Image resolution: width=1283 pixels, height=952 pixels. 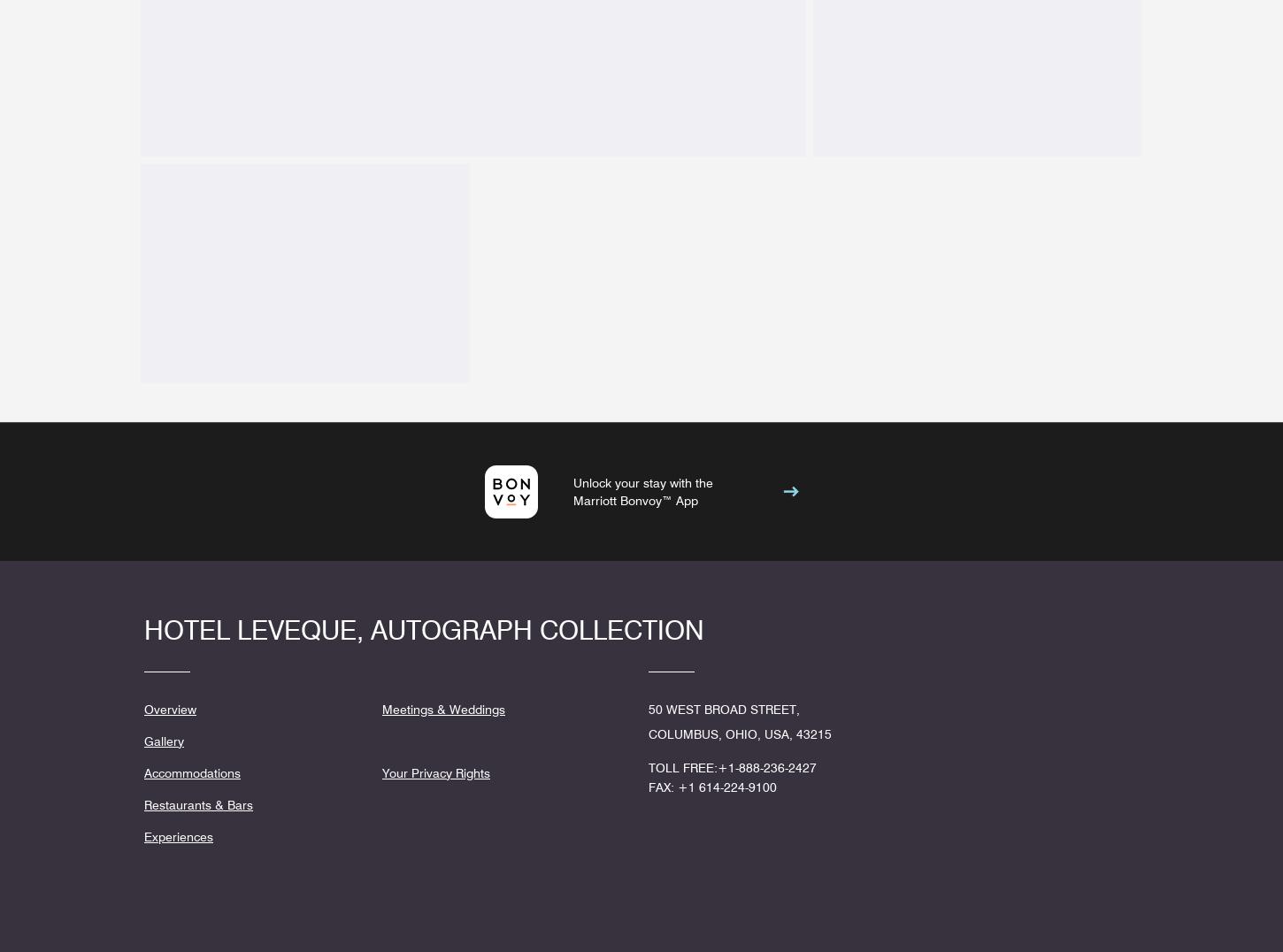 What do you see at coordinates (732, 767) in the screenshot?
I see `'Toll Free:+1-888-236-2427'` at bounding box center [732, 767].